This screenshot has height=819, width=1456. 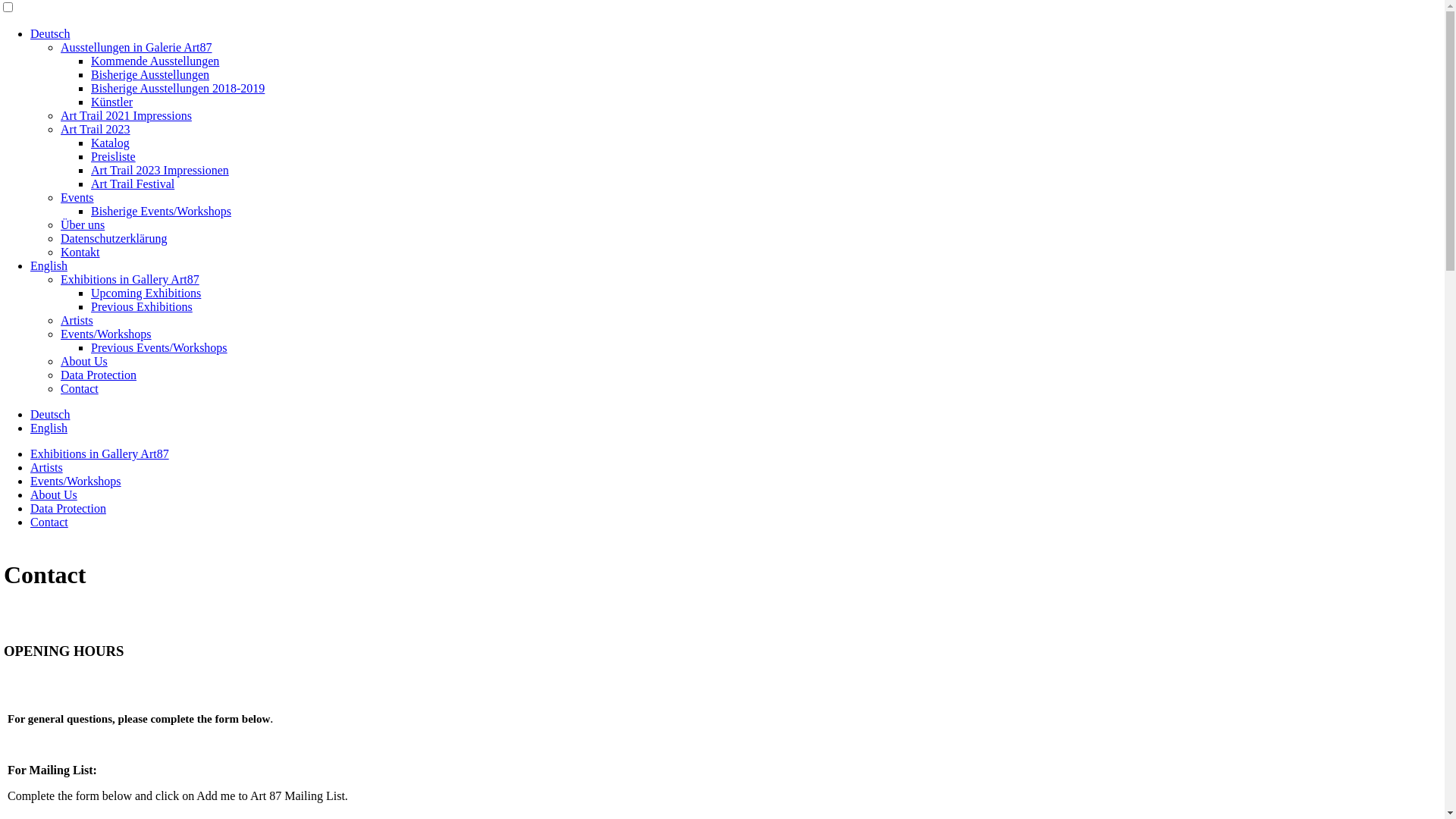 I want to click on 'Events/Workshops', so click(x=75, y=481).